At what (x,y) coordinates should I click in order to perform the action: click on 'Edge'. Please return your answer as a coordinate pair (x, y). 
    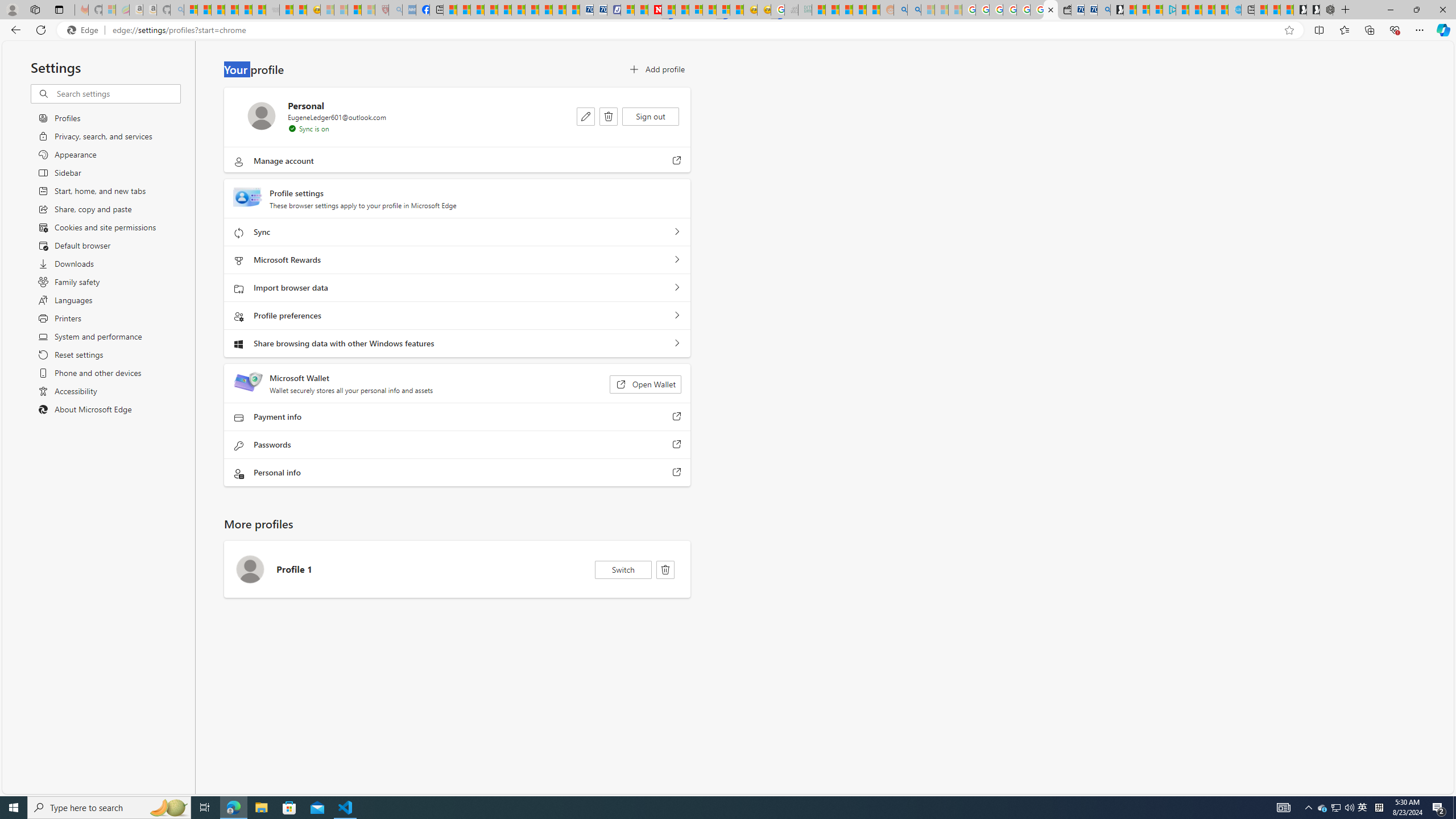
    Looking at the image, I should click on (84, 30).